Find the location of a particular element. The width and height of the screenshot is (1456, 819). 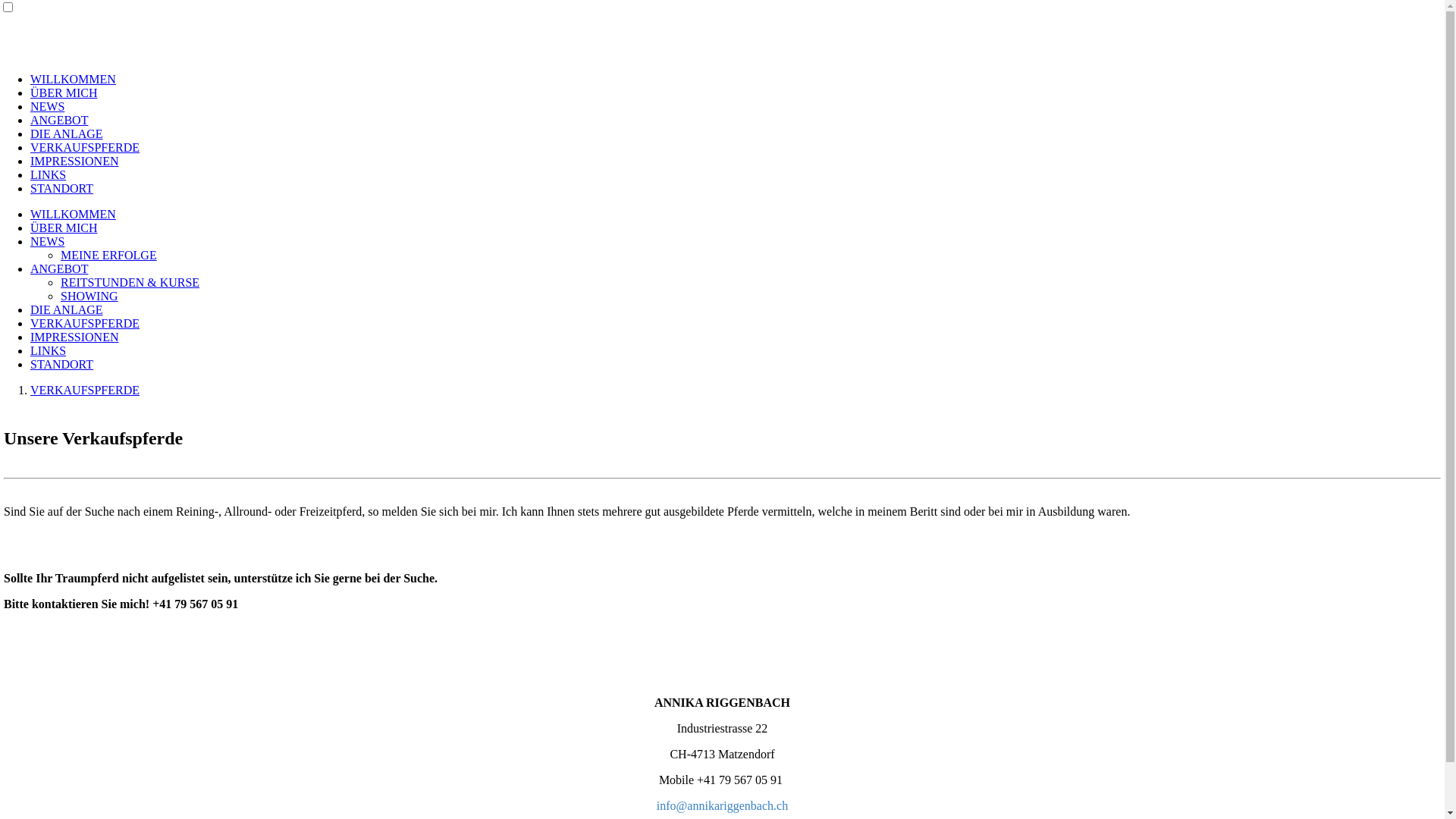

'VERKAUFSPFERDE' is located at coordinates (83, 322).